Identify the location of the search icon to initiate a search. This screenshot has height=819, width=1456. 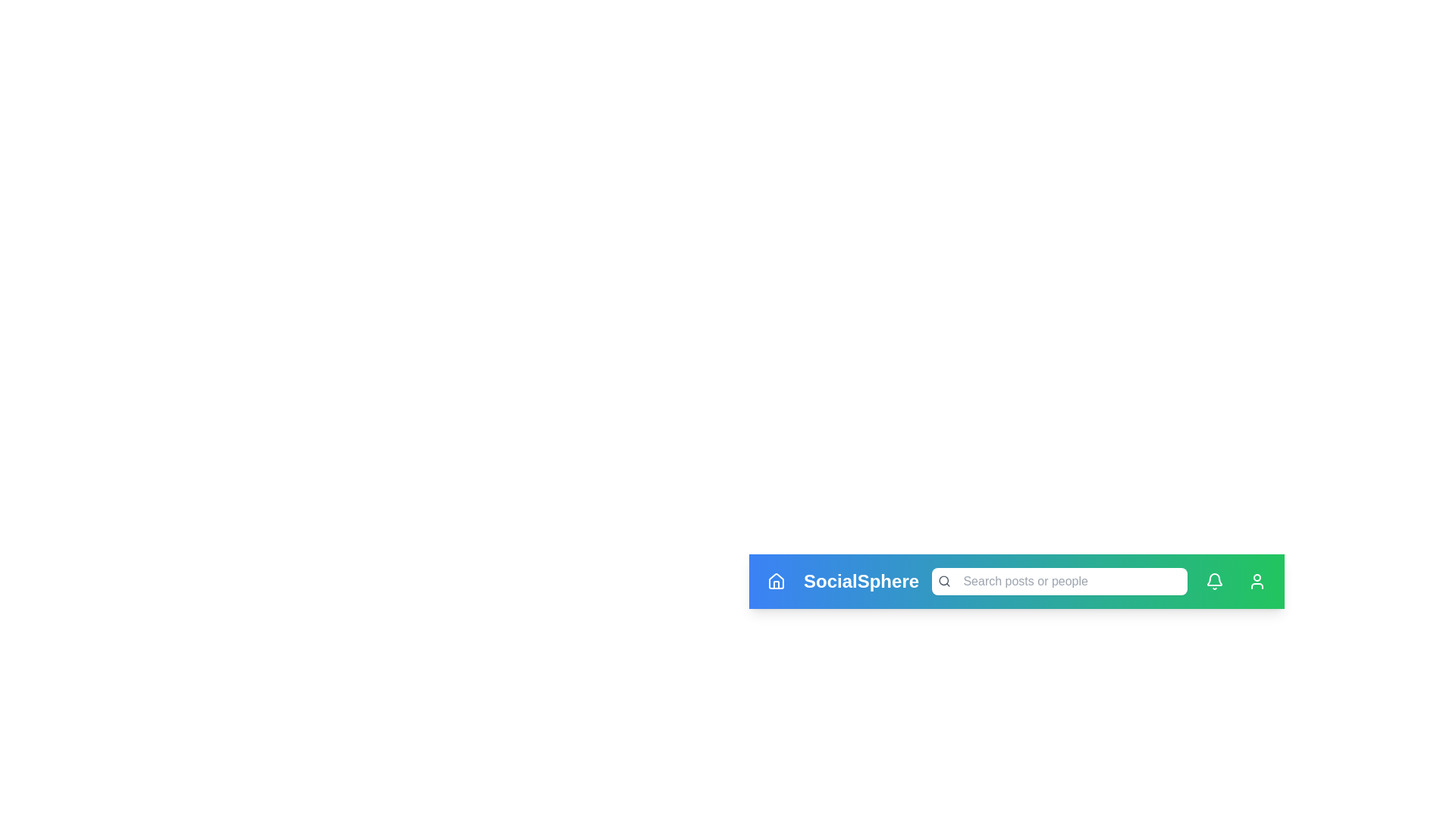
(943, 581).